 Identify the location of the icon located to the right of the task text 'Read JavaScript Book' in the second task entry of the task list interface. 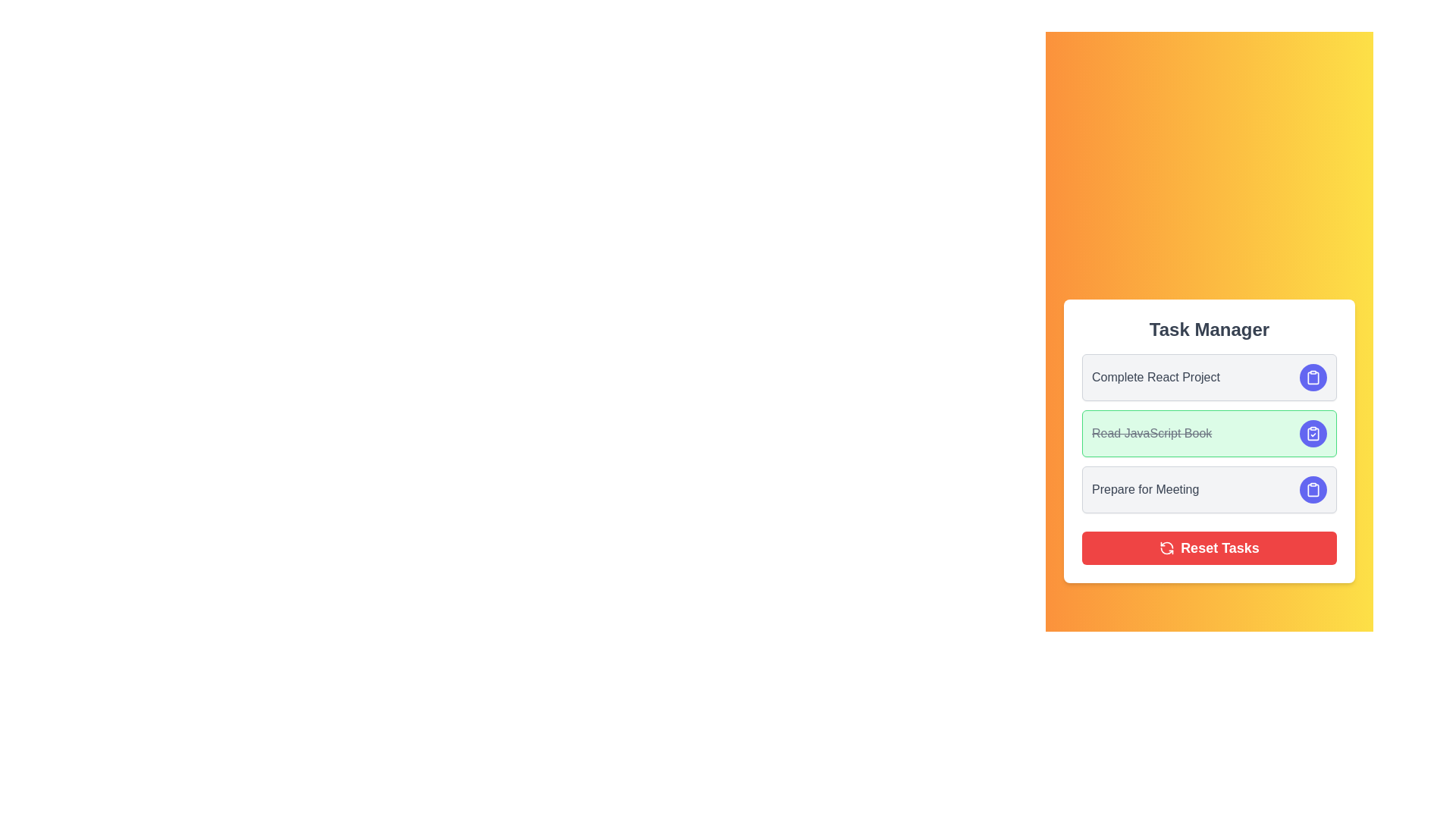
(1313, 433).